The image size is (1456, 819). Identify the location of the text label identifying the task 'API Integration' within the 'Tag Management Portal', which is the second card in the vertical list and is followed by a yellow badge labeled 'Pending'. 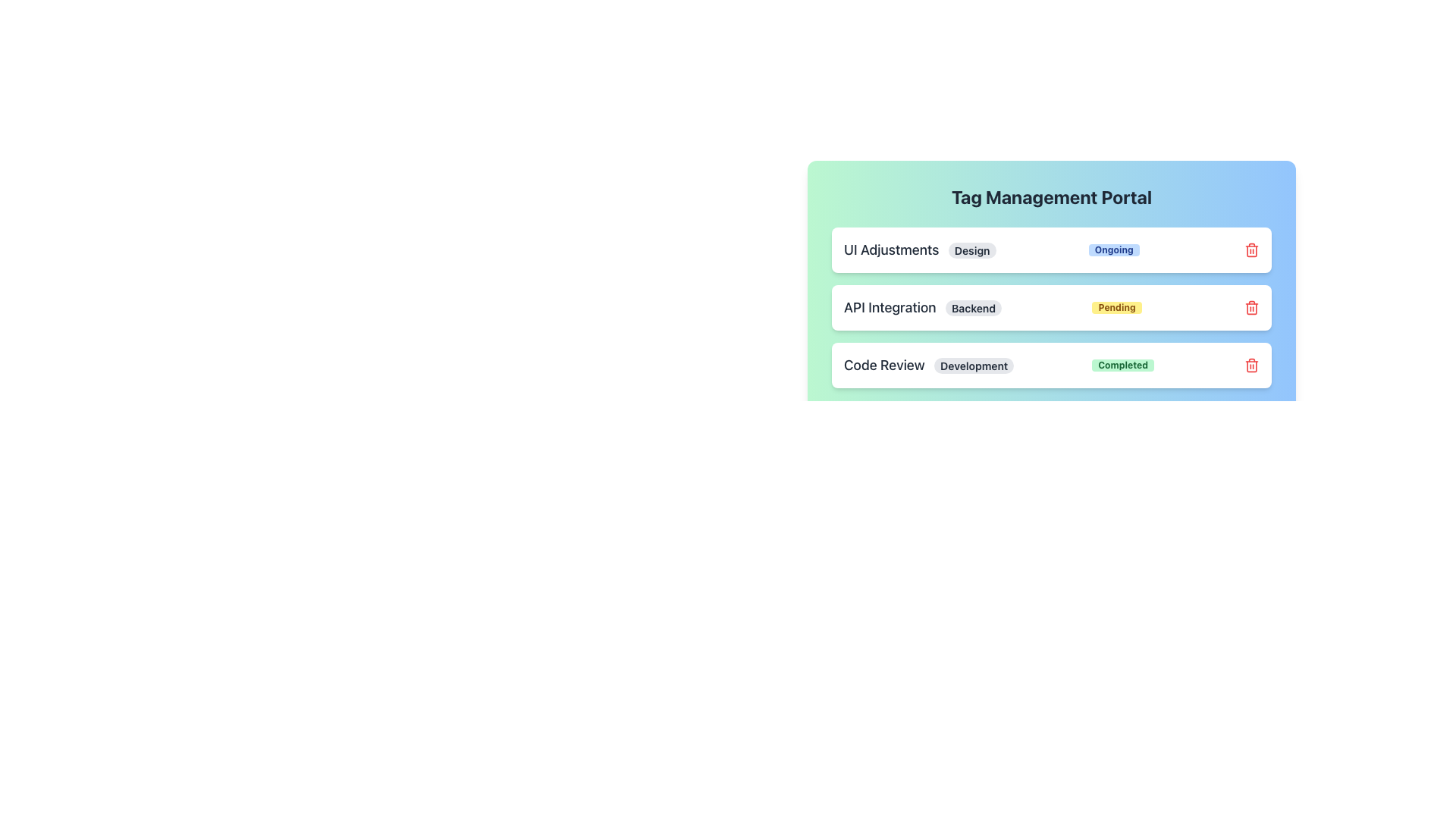
(922, 307).